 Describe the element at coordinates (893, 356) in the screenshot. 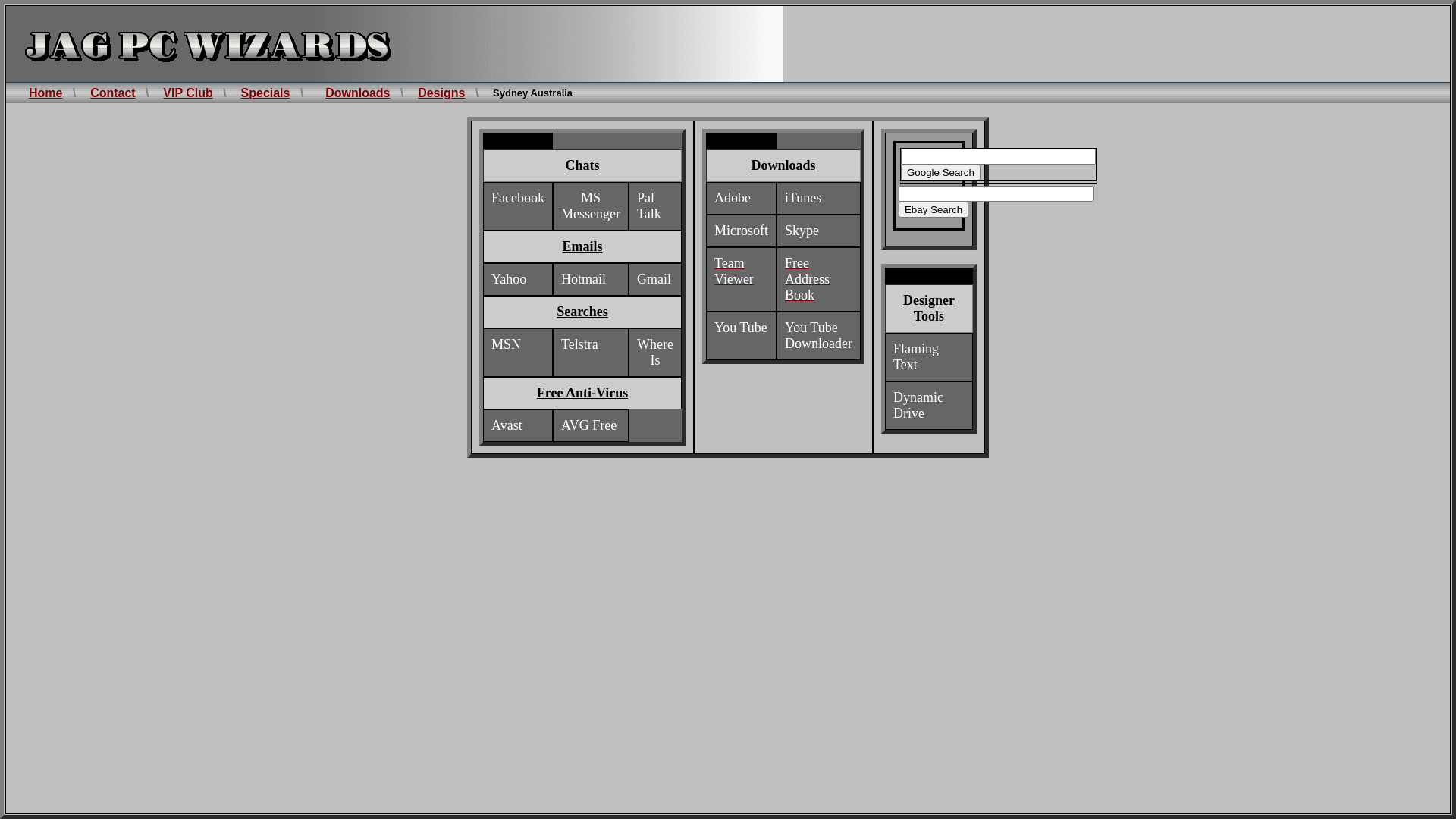

I see `'Flaming Text       '` at that location.